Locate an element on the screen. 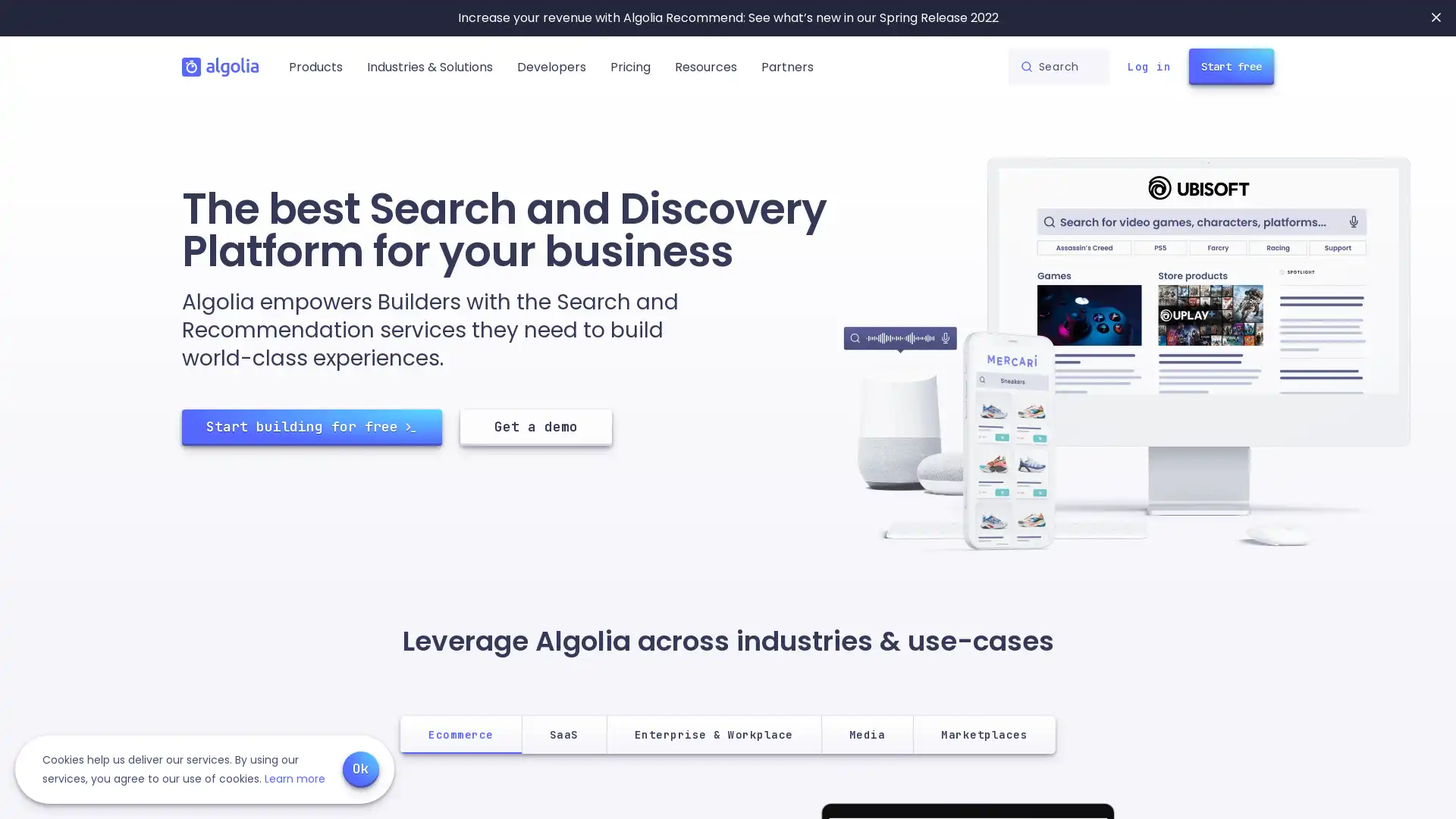 The width and height of the screenshot is (1456, 819). Ecommerce is located at coordinates (460, 733).